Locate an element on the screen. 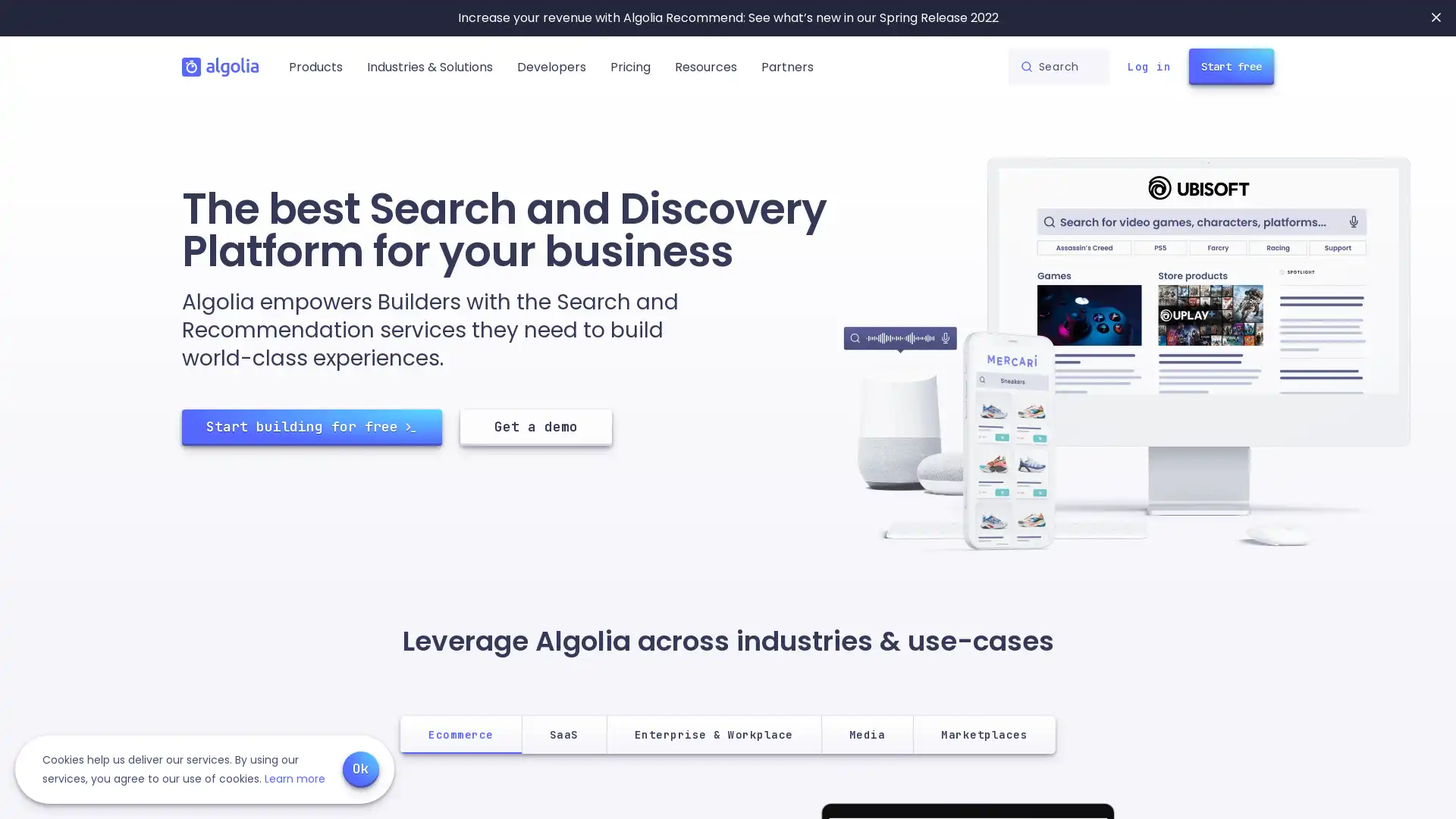 The width and height of the screenshot is (1456, 819). Ecommerce is located at coordinates (460, 733).